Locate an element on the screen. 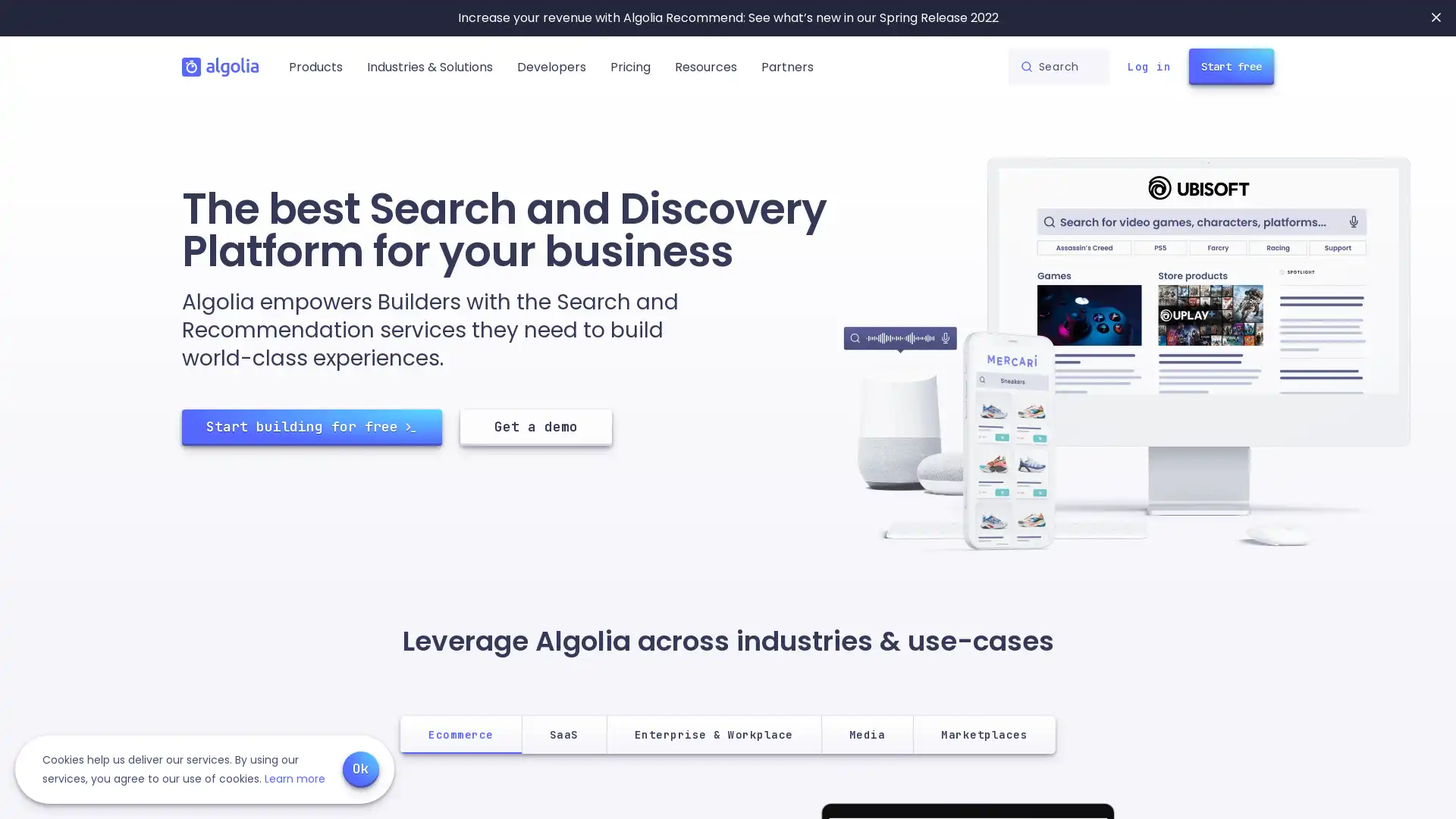 The width and height of the screenshot is (1456, 819). Ecommerce is located at coordinates (460, 733).